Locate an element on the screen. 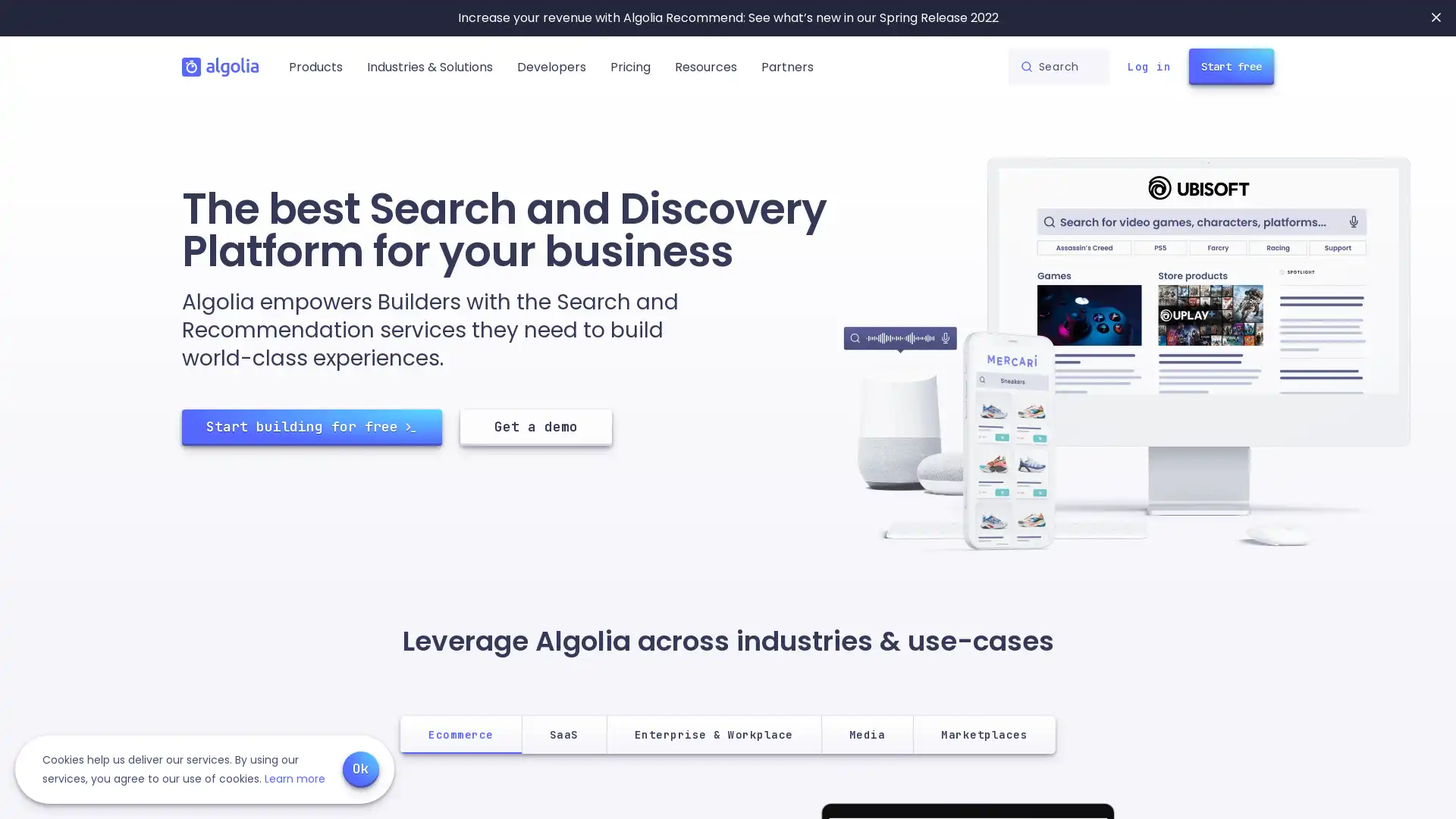 The width and height of the screenshot is (1456, 819). Ecommerce is located at coordinates (460, 733).